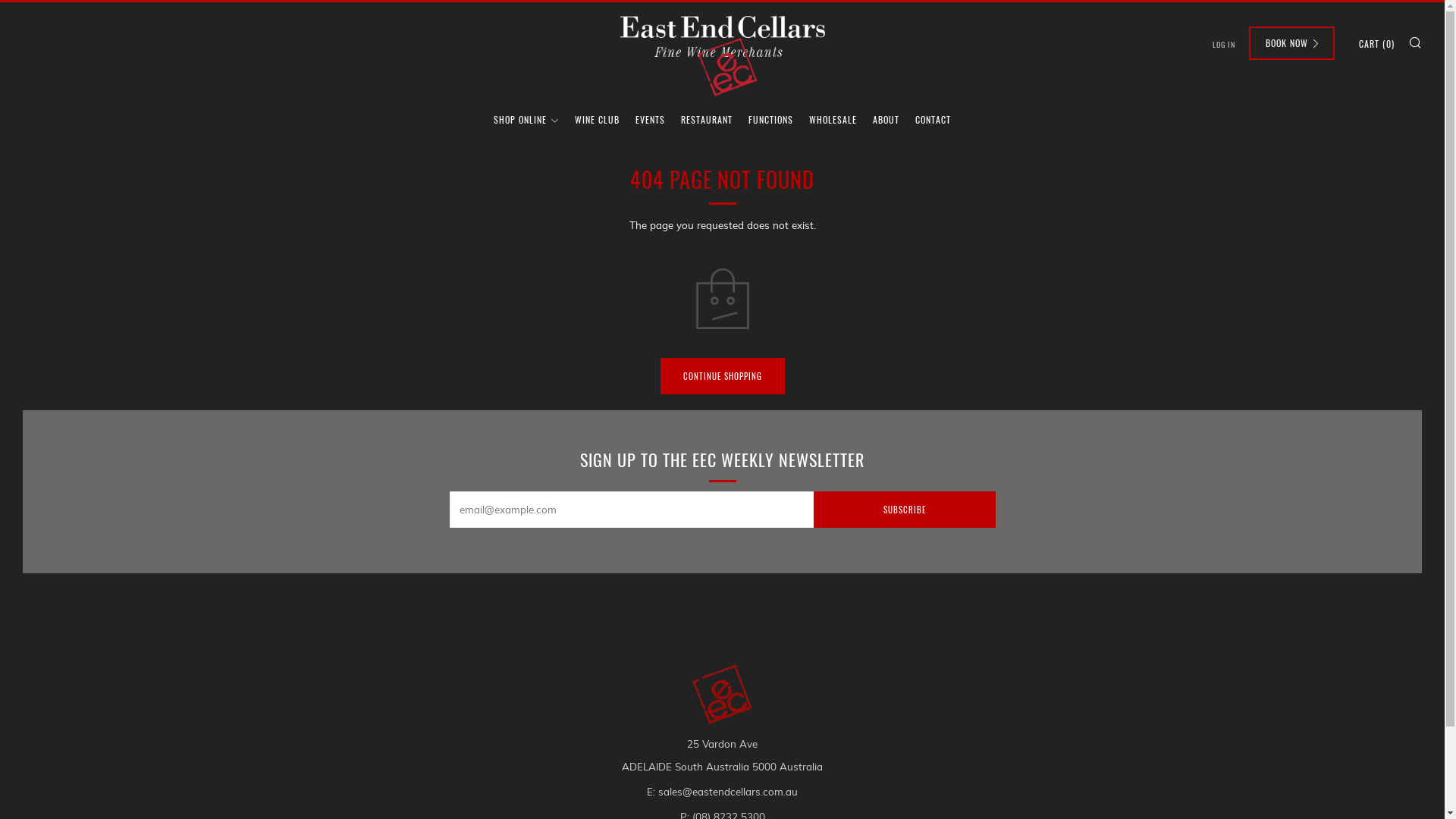 This screenshot has width=1456, height=819. What do you see at coordinates (650, 119) in the screenshot?
I see `'EVENTS'` at bounding box center [650, 119].